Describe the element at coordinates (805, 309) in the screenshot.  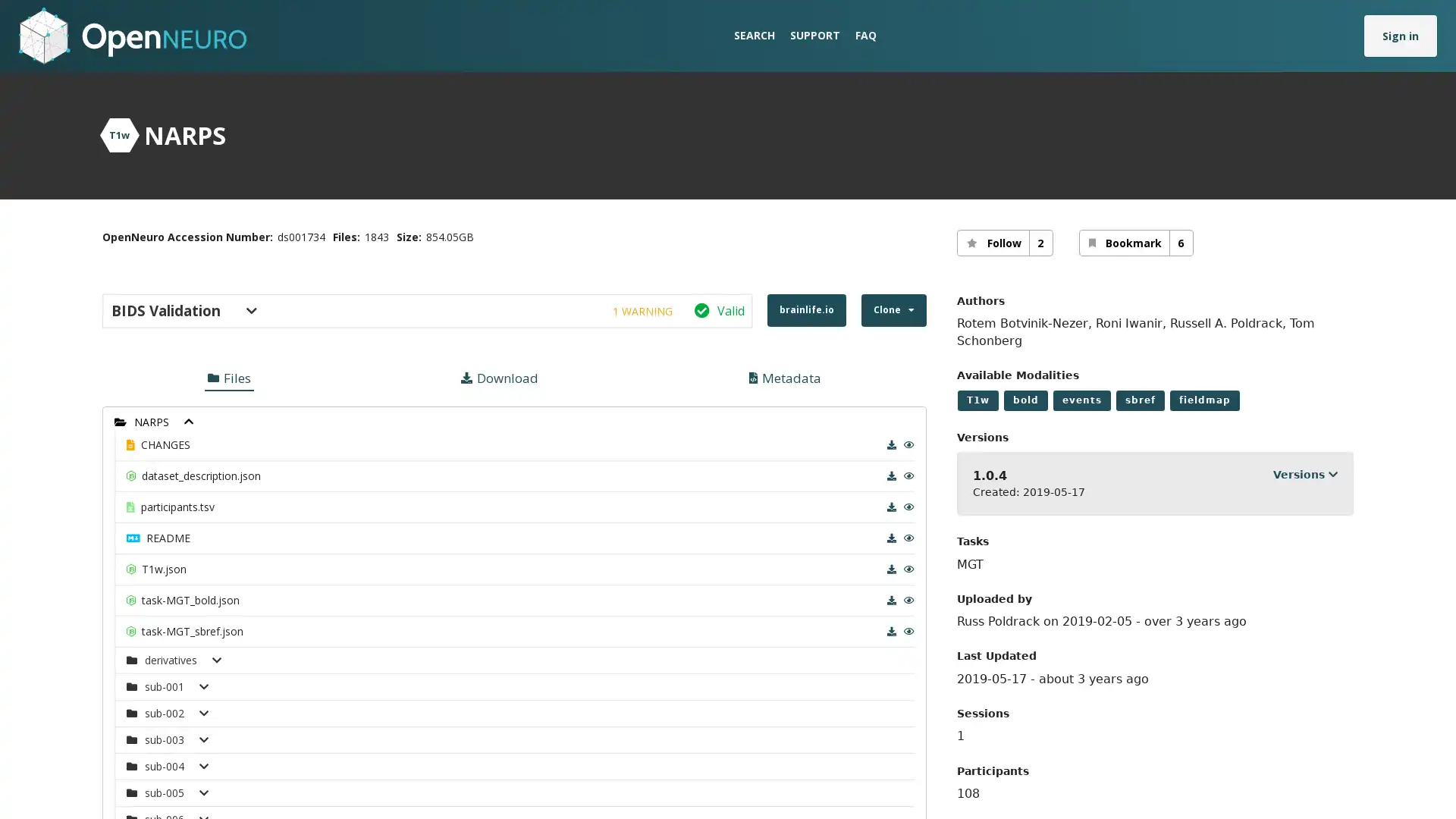
I see `brainlife.io` at that location.